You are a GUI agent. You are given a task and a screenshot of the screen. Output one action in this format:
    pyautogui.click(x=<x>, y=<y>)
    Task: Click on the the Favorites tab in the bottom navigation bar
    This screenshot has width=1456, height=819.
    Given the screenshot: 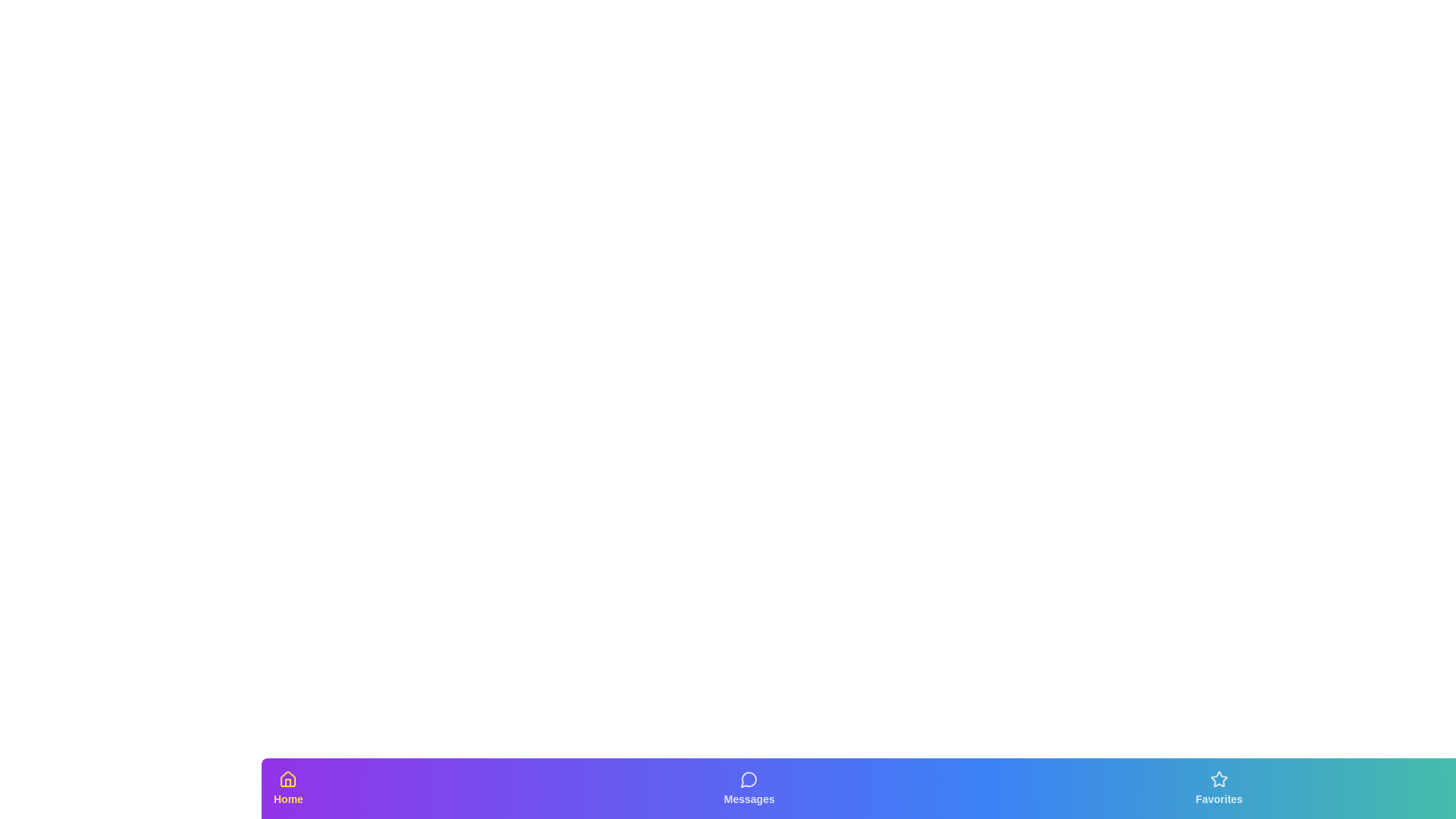 What is the action you would take?
    pyautogui.click(x=1219, y=788)
    